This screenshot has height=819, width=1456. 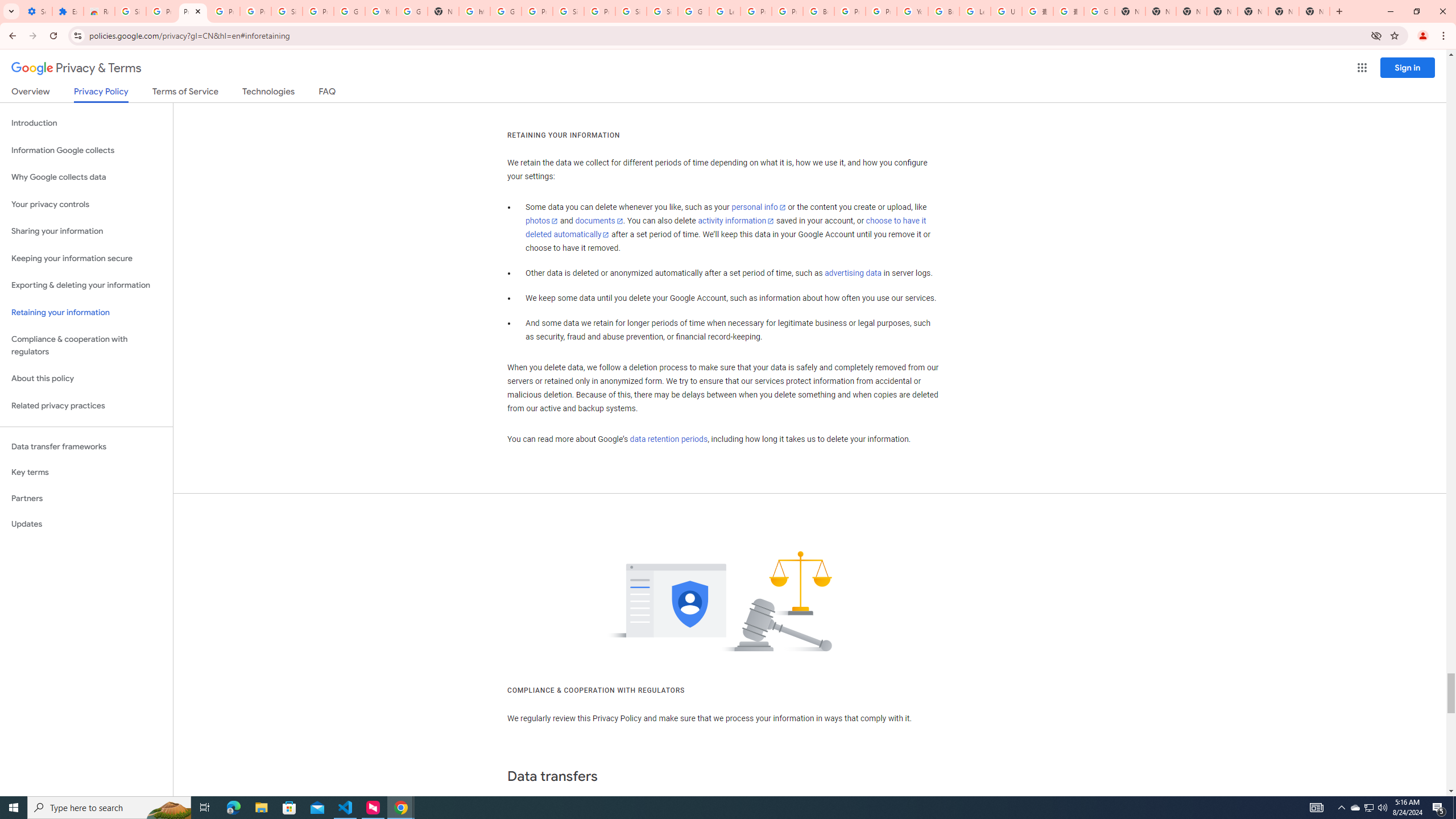 What do you see at coordinates (36, 11) in the screenshot?
I see `'Settings - On startup'` at bounding box center [36, 11].